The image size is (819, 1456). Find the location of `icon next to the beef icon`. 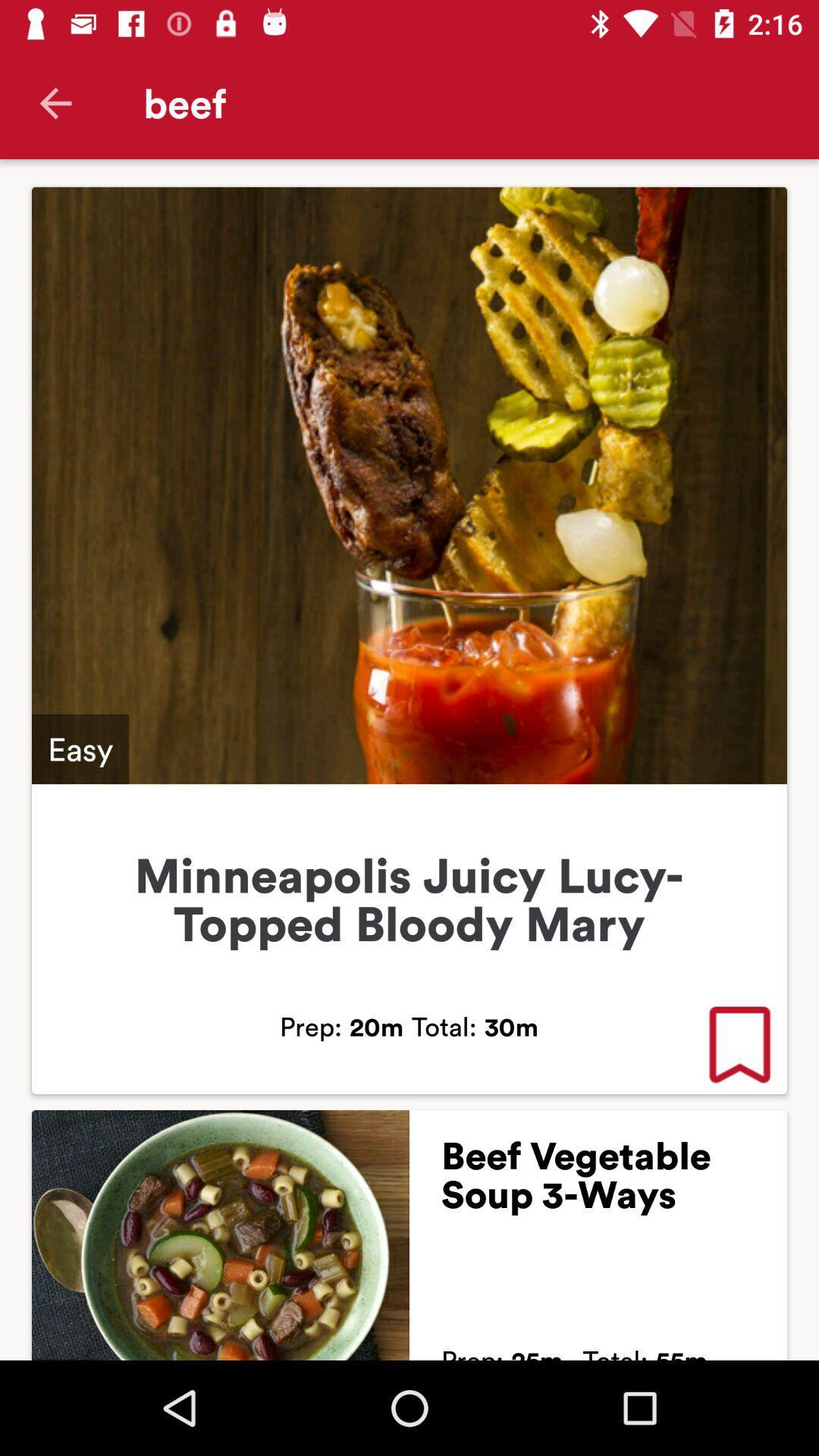

icon next to the beef icon is located at coordinates (55, 102).